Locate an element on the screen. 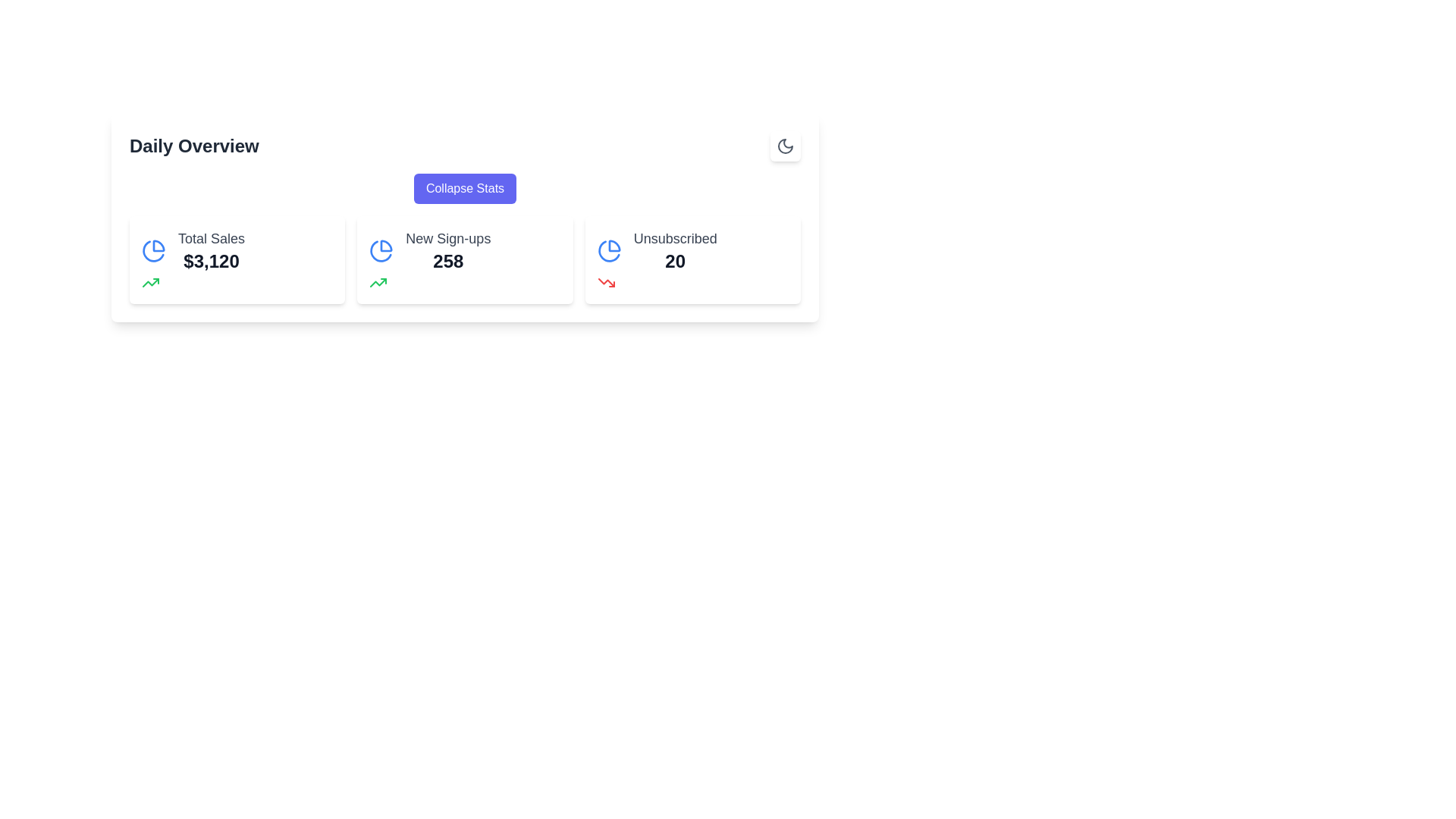  the blue stroke pie chart slice representing 'New Sign-ups' in the statistics section of the second card is located at coordinates (381, 250).